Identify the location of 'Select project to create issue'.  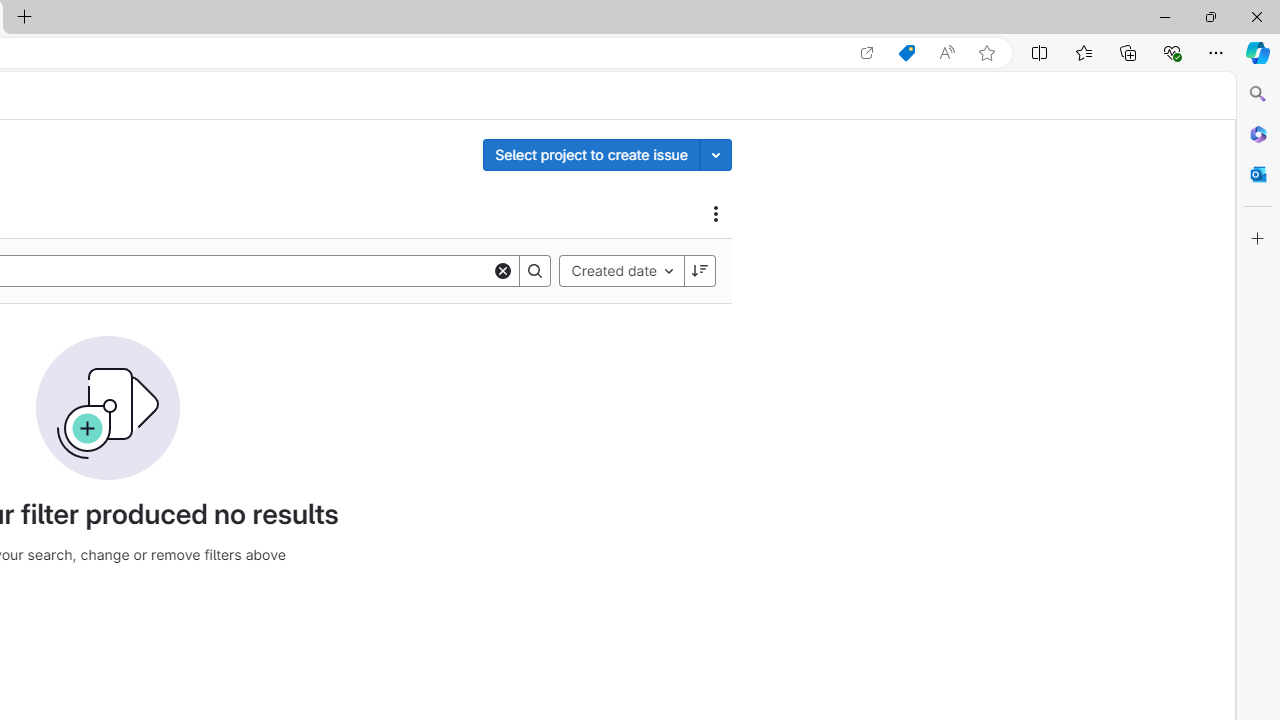
(590, 153).